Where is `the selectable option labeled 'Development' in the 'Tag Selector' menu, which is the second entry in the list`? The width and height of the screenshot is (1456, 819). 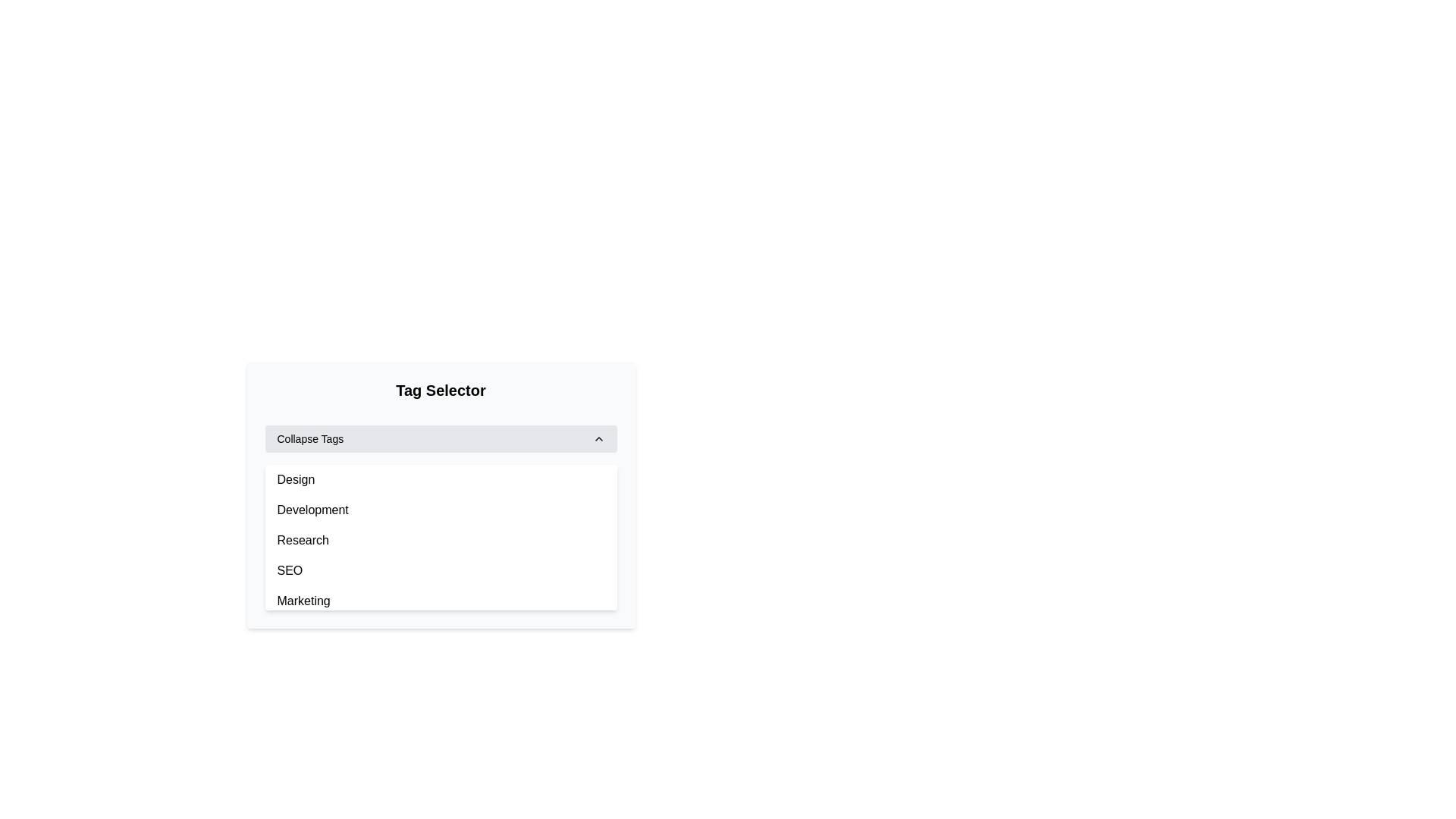
the selectable option labeled 'Development' in the 'Tag Selector' menu, which is the second entry in the list is located at coordinates (312, 510).